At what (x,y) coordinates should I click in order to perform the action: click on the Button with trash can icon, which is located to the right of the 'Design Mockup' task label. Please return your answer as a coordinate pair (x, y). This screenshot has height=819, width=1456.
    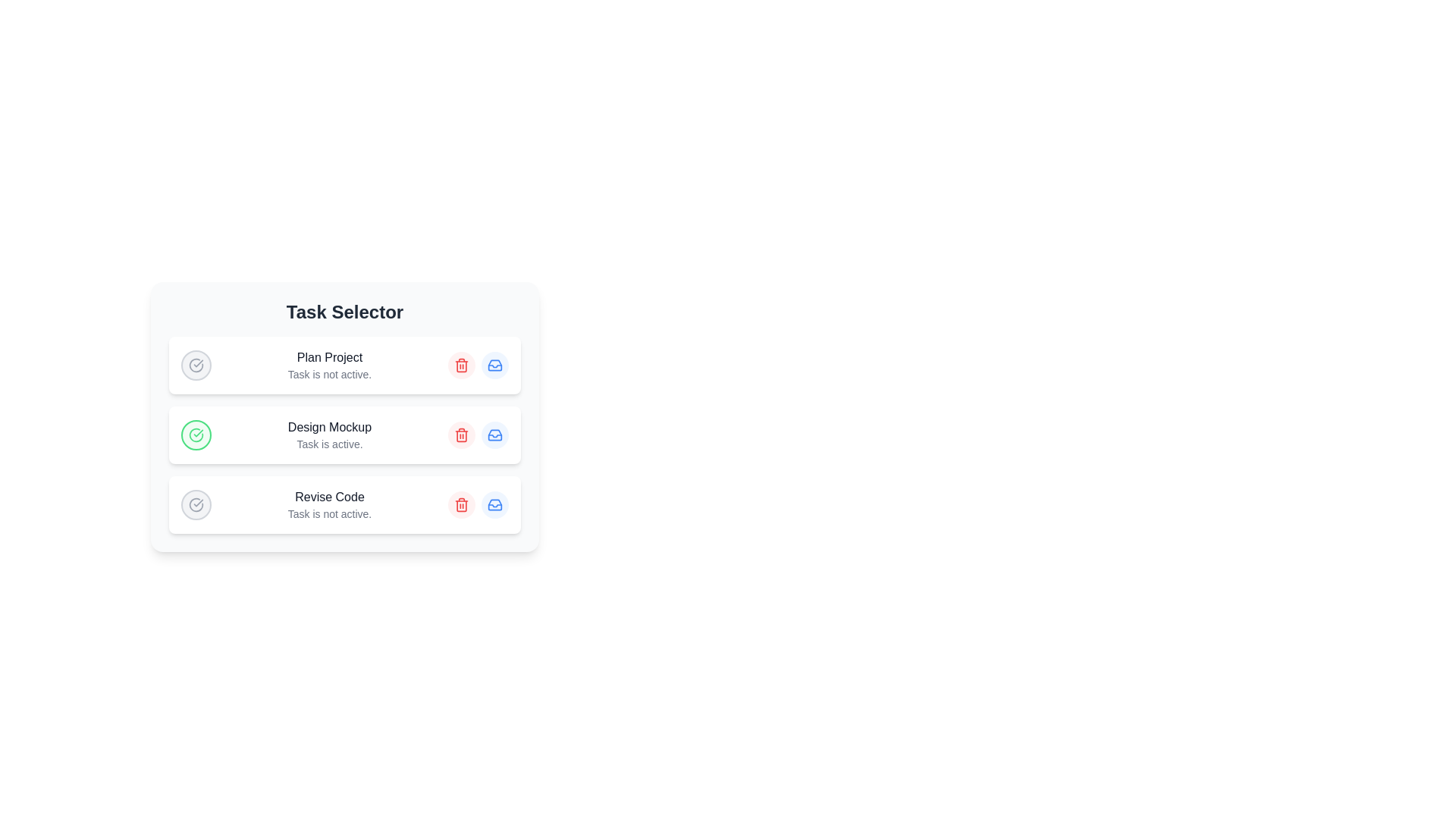
    Looking at the image, I should click on (461, 435).